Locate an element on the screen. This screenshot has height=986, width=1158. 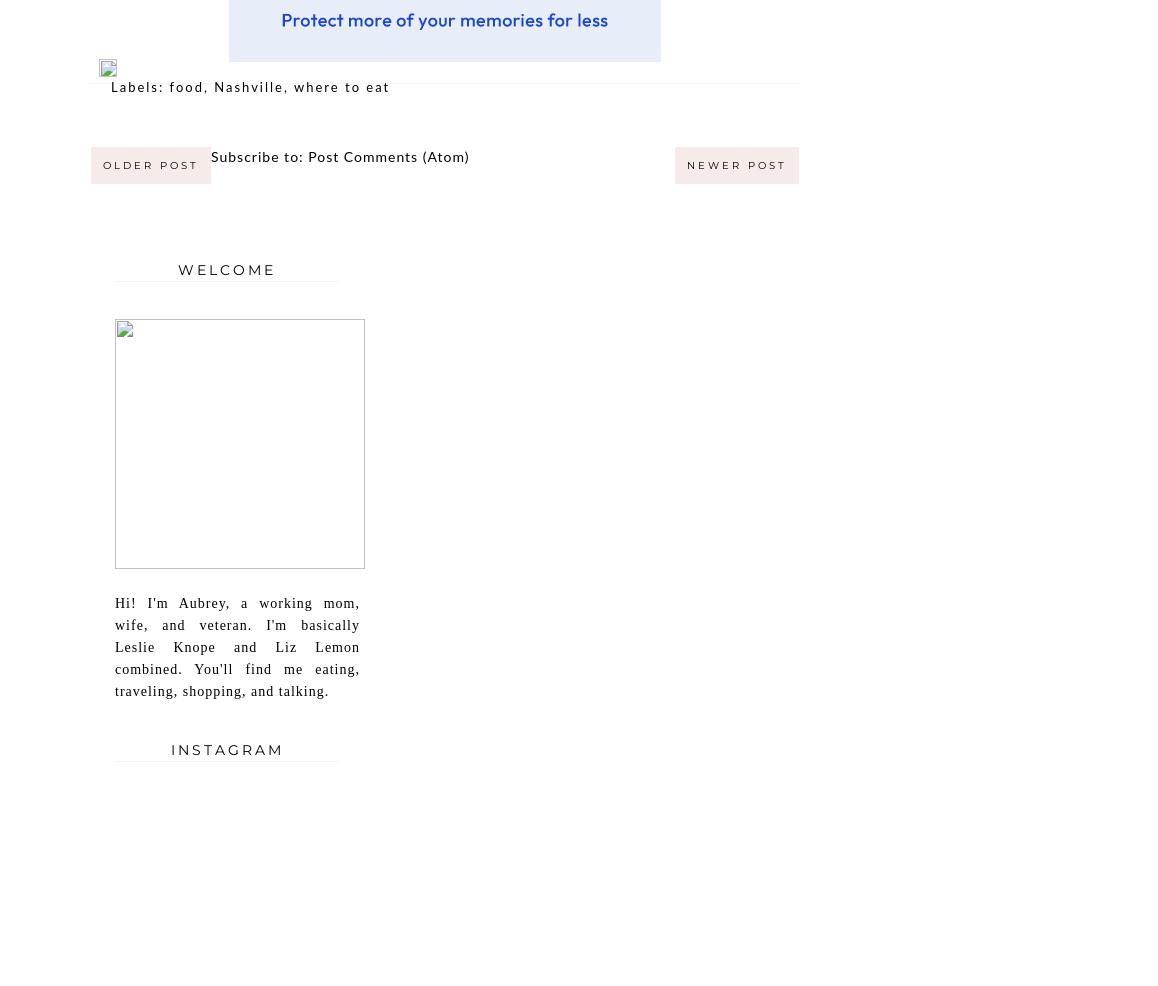
'Welcome' is located at coordinates (177, 268).